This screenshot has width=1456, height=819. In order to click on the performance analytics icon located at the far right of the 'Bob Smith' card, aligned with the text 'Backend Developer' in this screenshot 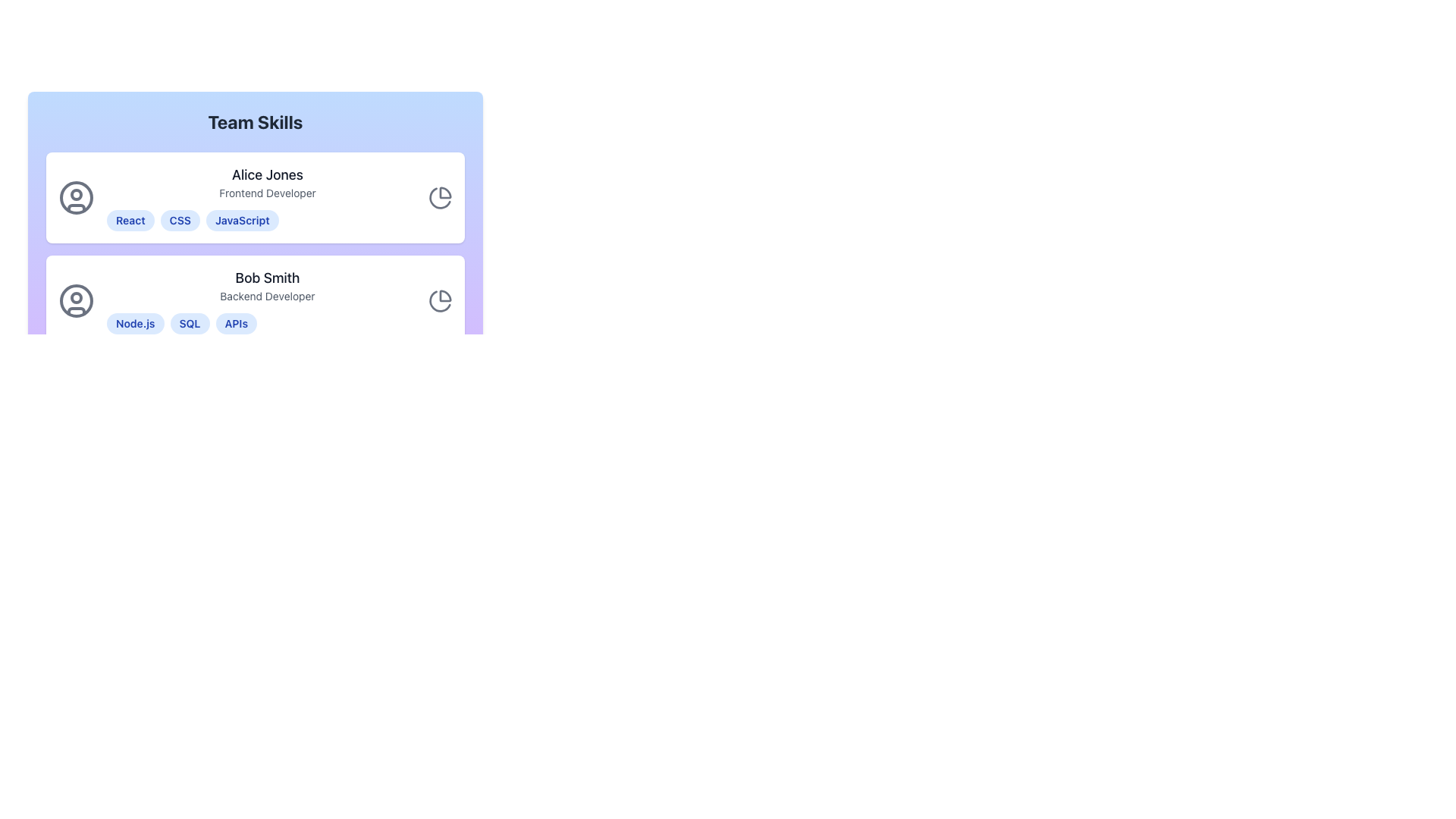, I will do `click(439, 301)`.